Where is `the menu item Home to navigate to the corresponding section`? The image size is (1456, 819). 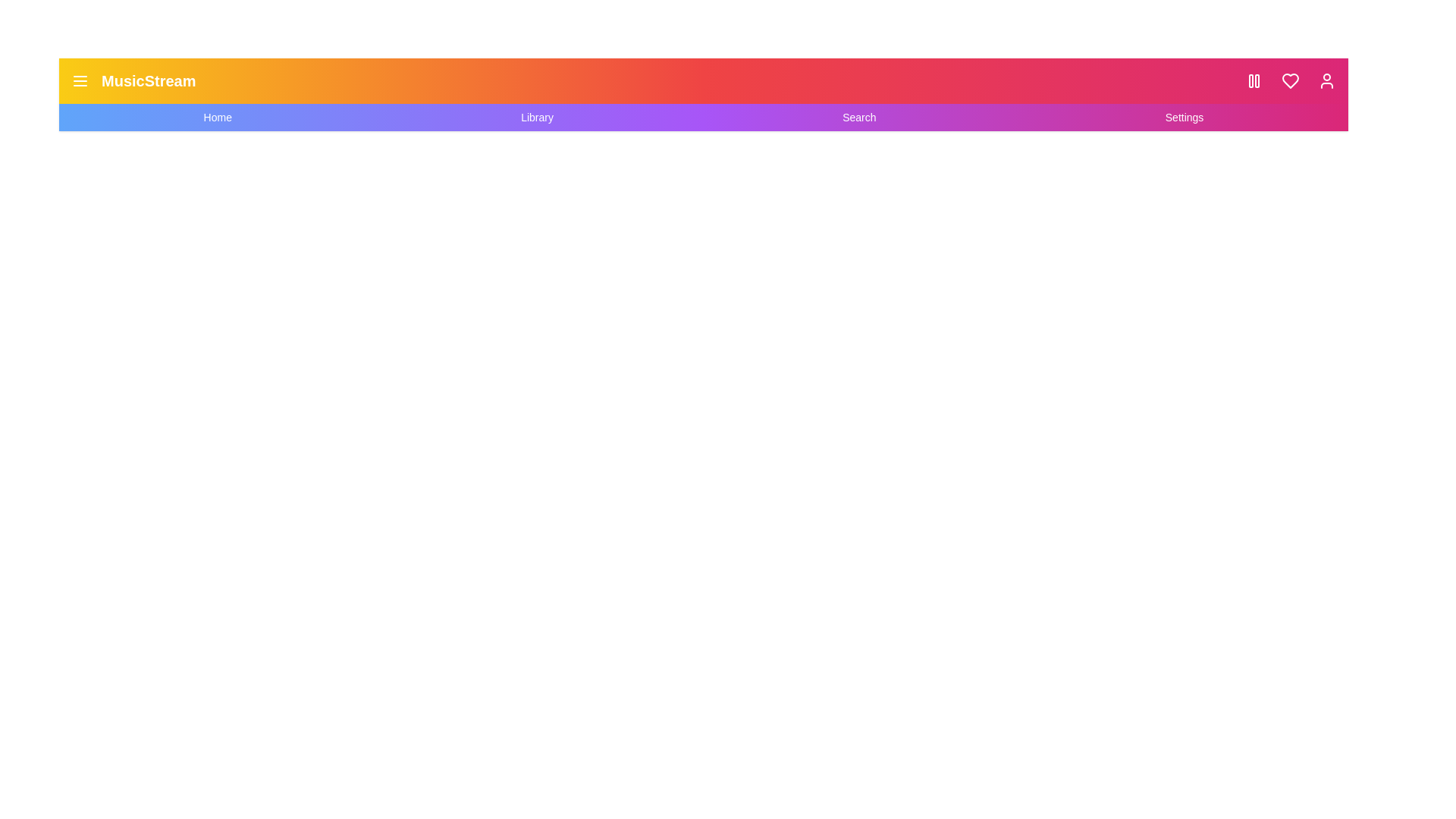
the menu item Home to navigate to the corresponding section is located at coordinates (217, 116).